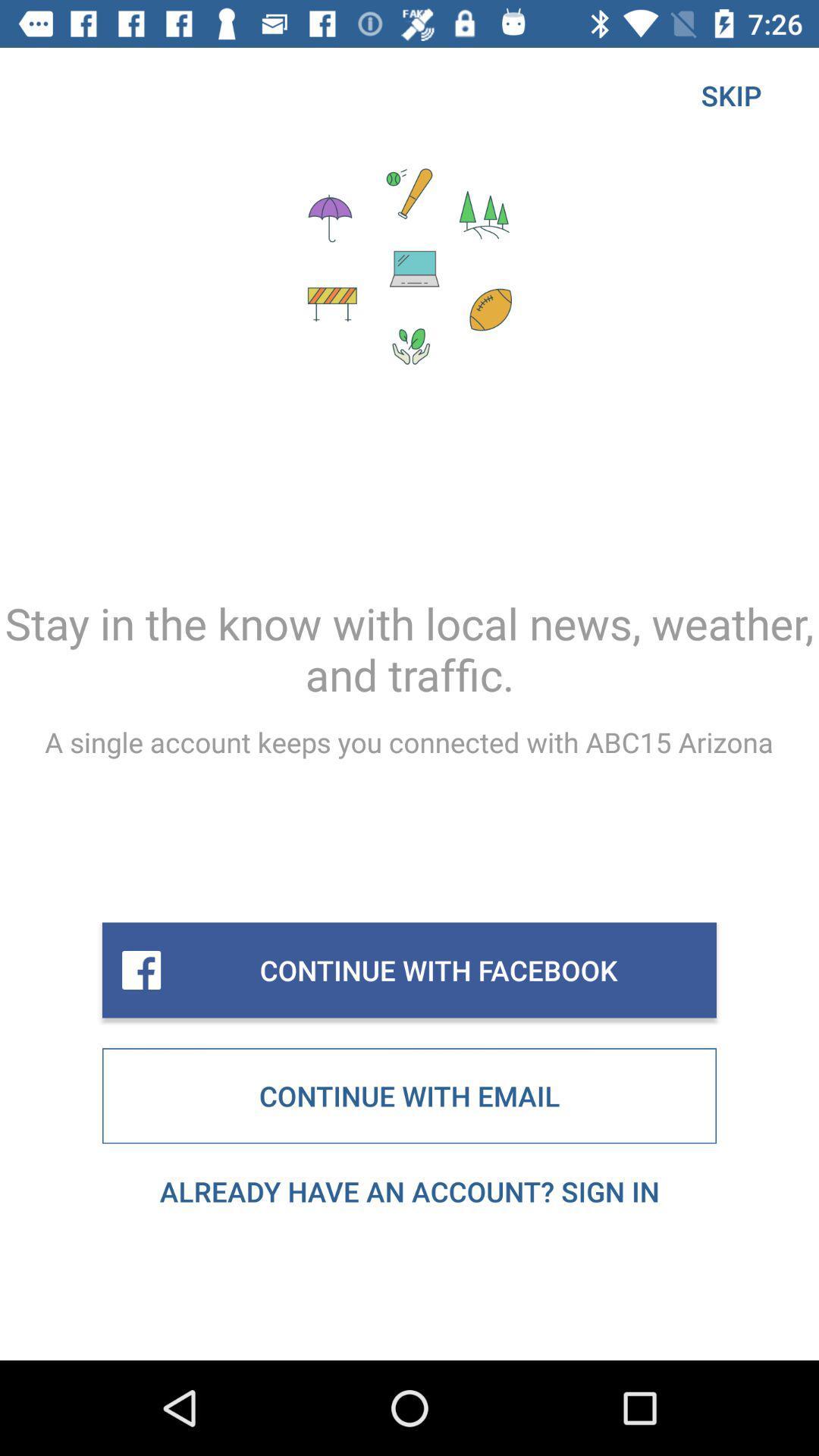 This screenshot has width=819, height=1456. I want to click on item at the top right corner, so click(730, 94).